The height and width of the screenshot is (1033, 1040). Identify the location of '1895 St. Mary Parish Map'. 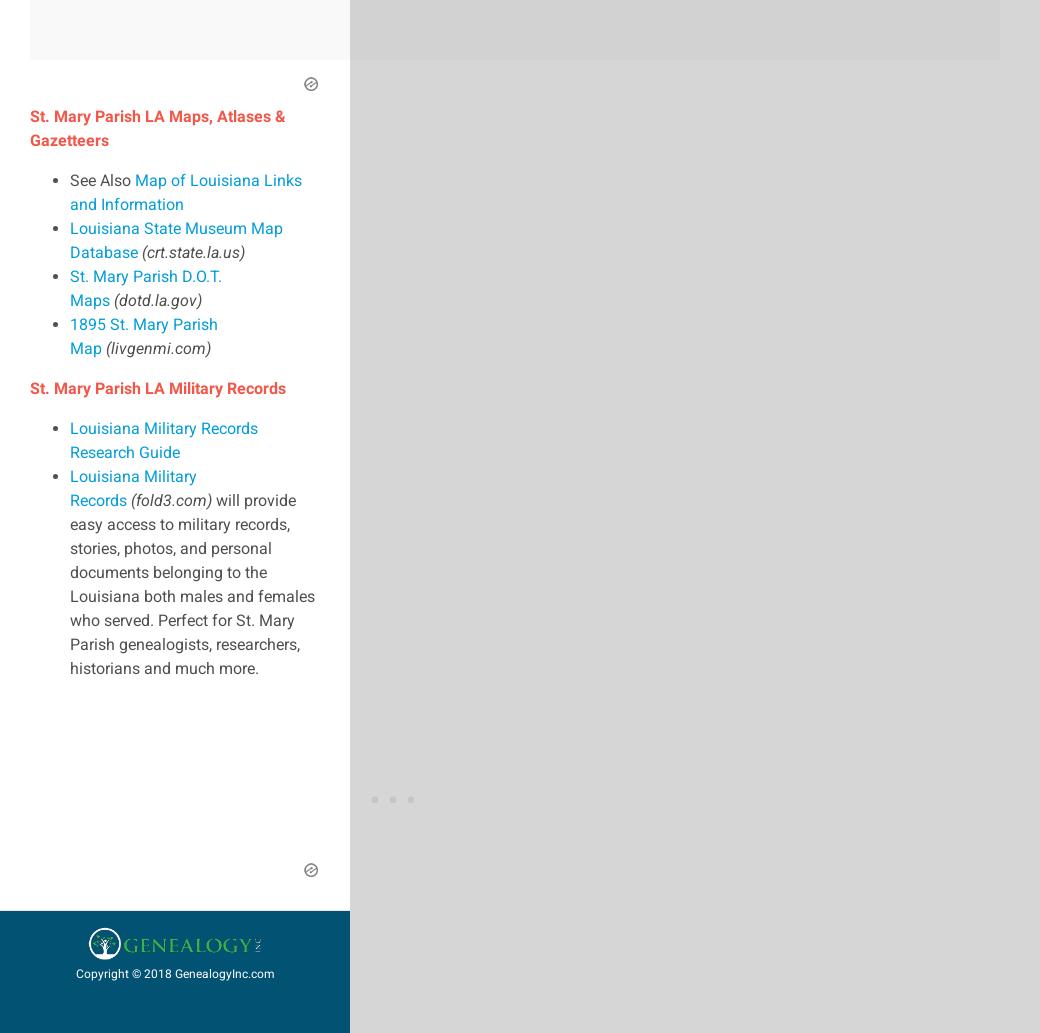
(144, 334).